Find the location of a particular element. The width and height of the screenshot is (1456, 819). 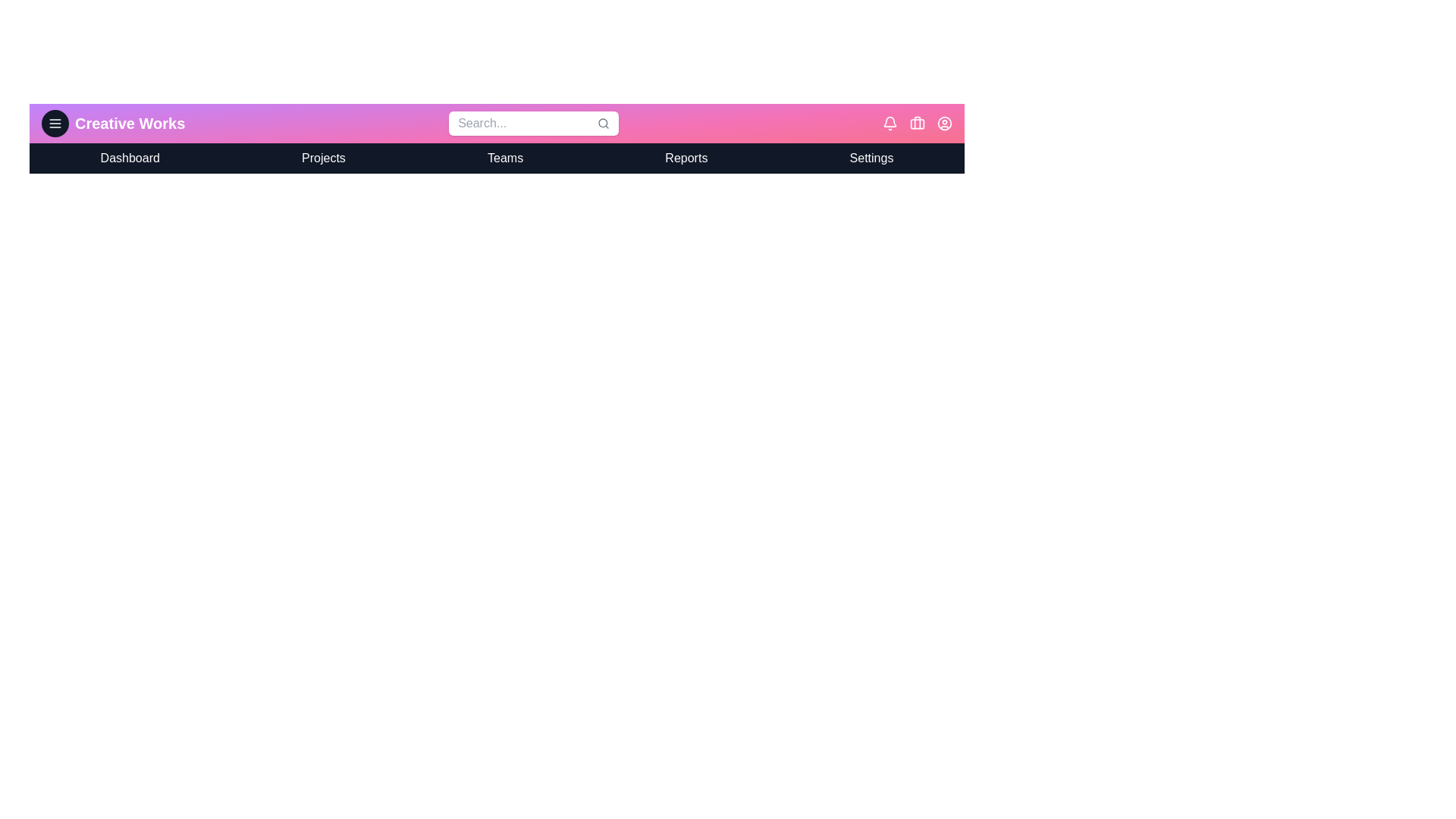

the navigation menu item Projects to navigate to the respective section is located at coordinates (323, 158).